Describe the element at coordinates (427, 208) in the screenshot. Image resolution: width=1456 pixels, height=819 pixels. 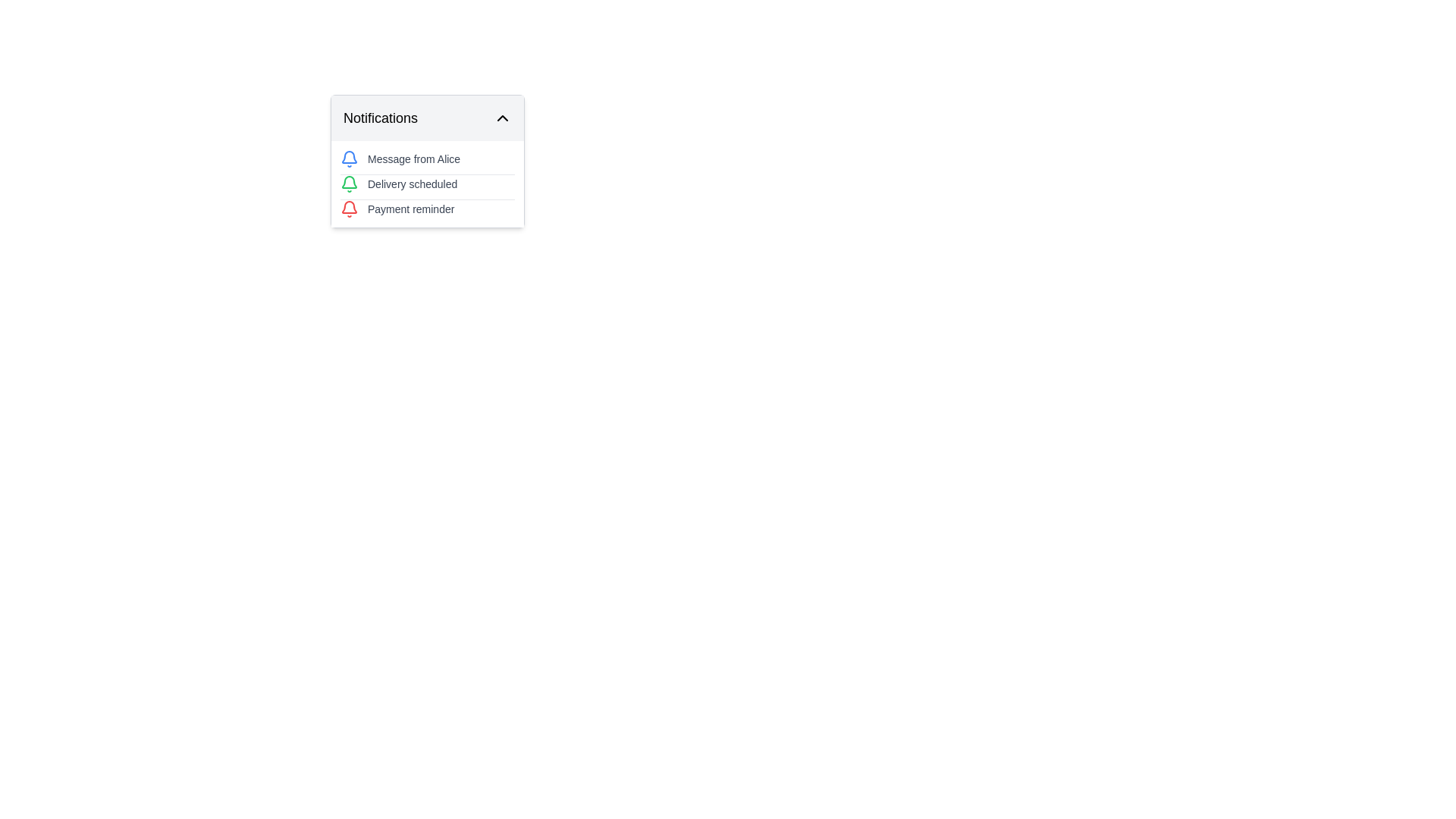
I see `the notification entry for the payment reminder located in the Notifications section, positioned as the third item in the list` at that location.